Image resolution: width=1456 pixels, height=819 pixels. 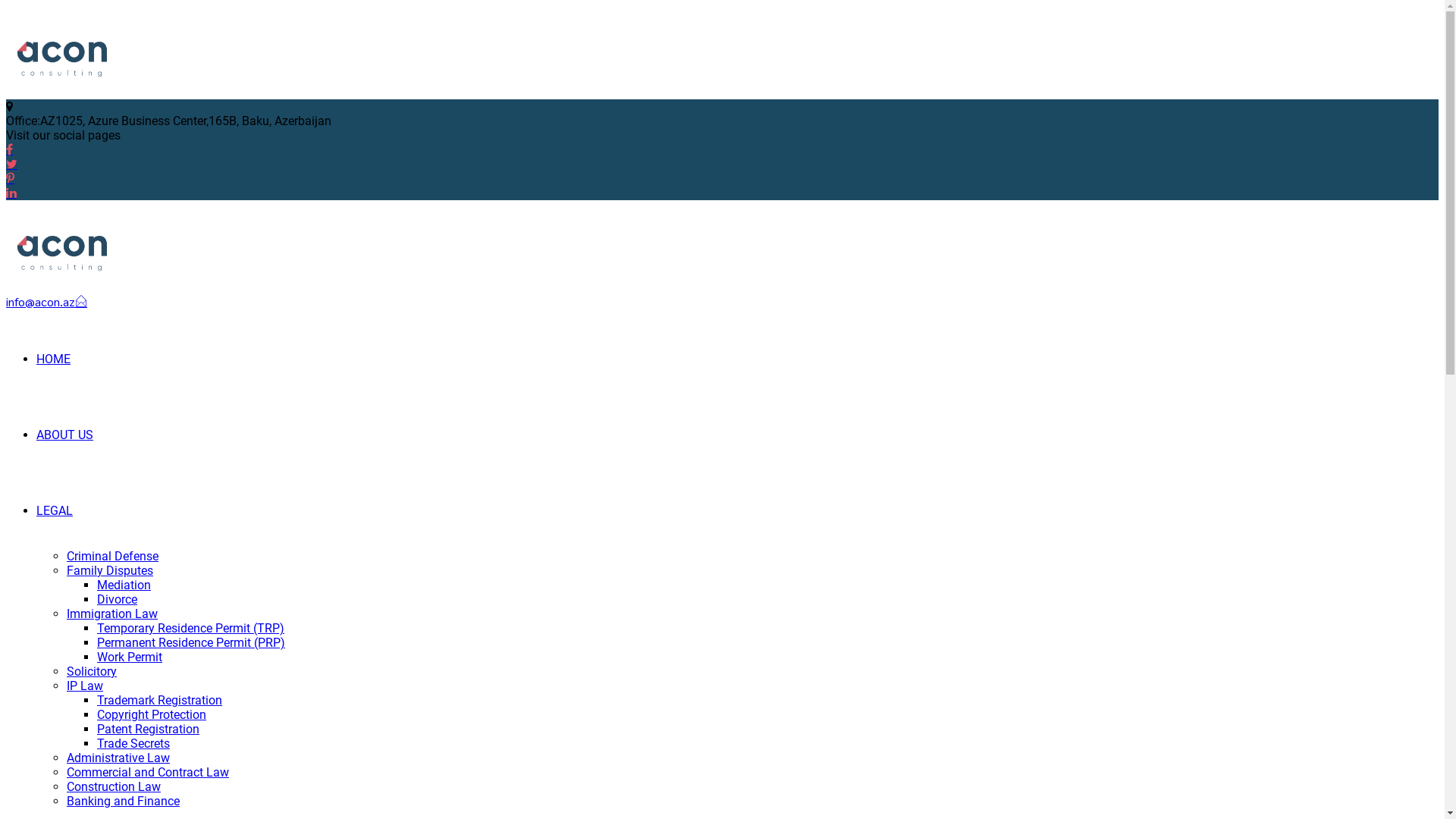 What do you see at coordinates (96, 728) in the screenshot?
I see `'Patent Registration'` at bounding box center [96, 728].